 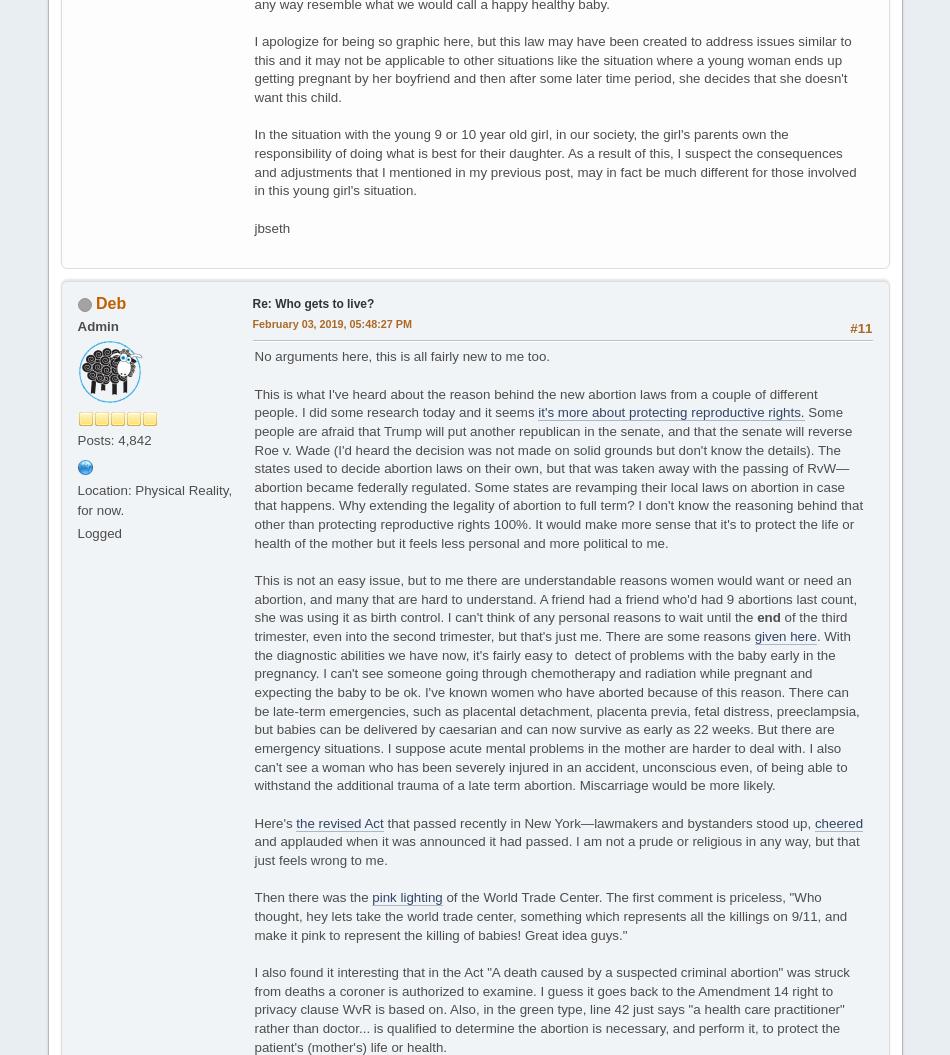 I want to click on 'Location: Physical Reality, for now.', so click(x=154, y=499).